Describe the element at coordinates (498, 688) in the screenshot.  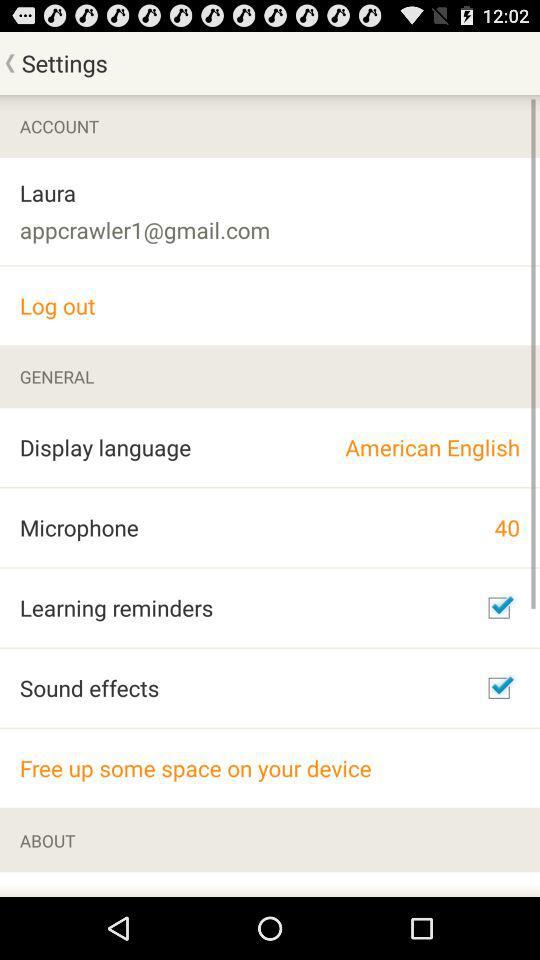
I see `check uncheck box` at that location.